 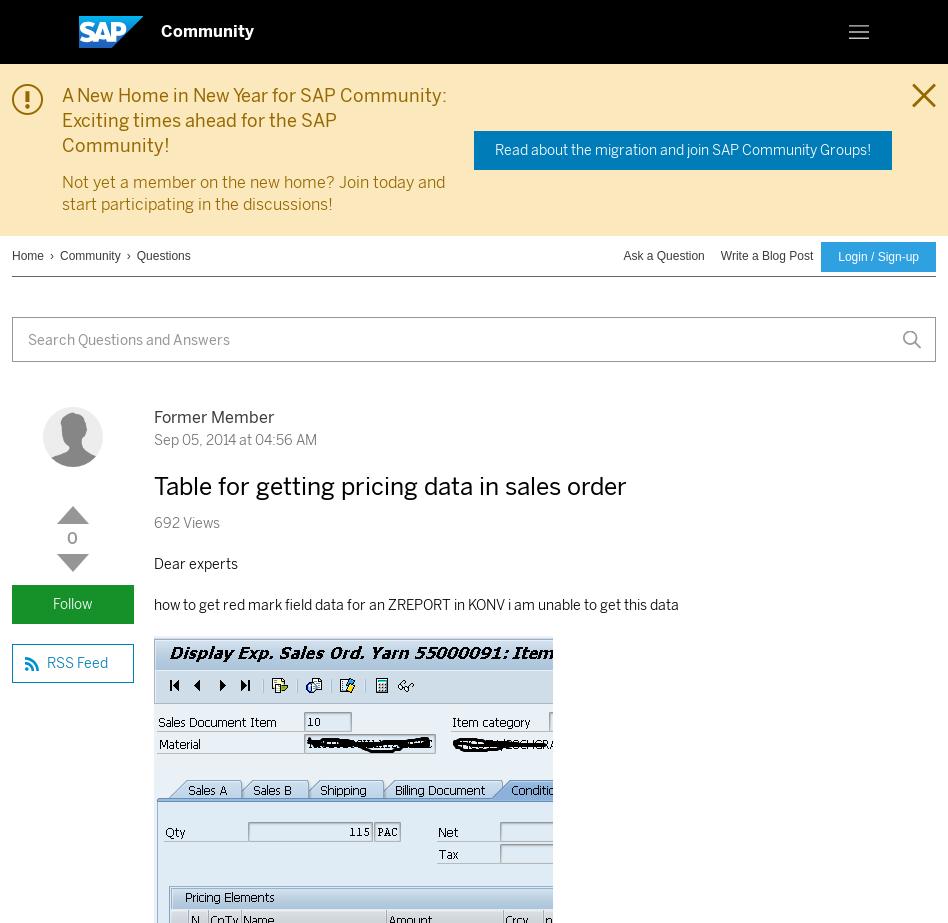 What do you see at coordinates (388, 484) in the screenshot?
I see `'Table for getting pricing data in sales order'` at bounding box center [388, 484].